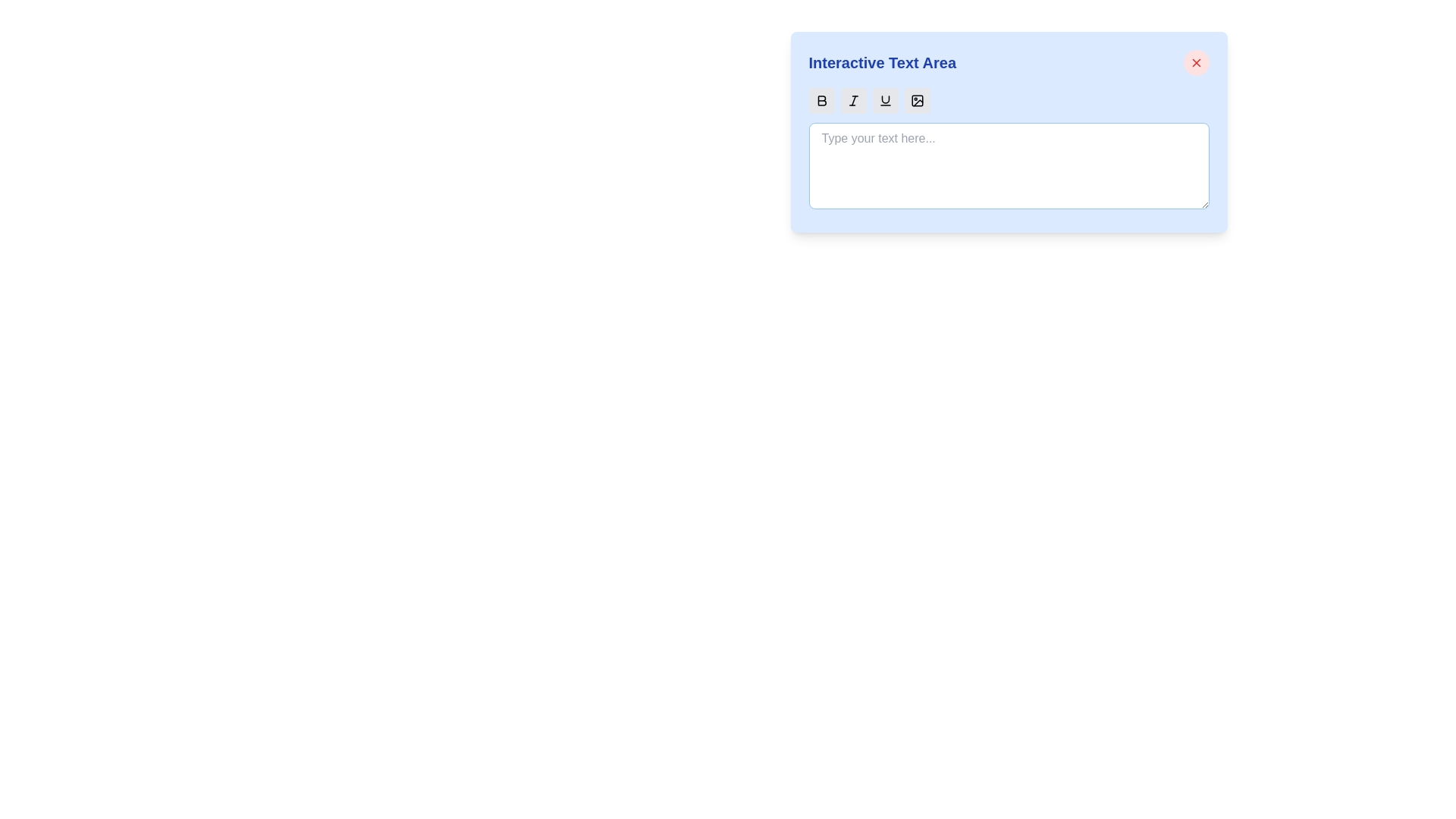  Describe the element at coordinates (916, 100) in the screenshot. I see `the fourth icon button in the horizontal sequence of buttons in the toolbar at the top-right section of the Interactive Text Area` at that location.